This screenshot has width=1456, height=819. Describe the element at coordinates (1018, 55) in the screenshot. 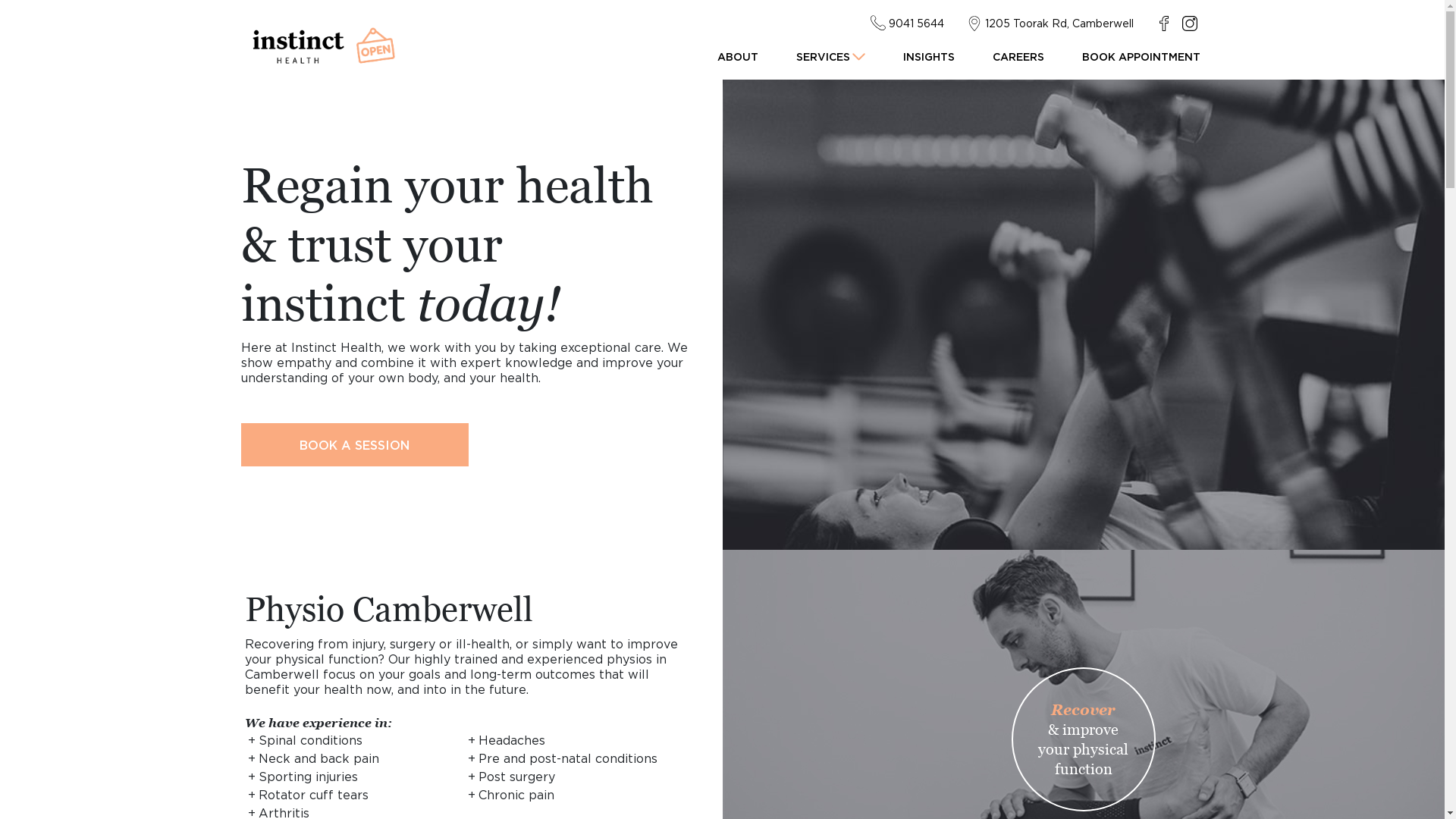

I see `'CAREERS'` at that location.